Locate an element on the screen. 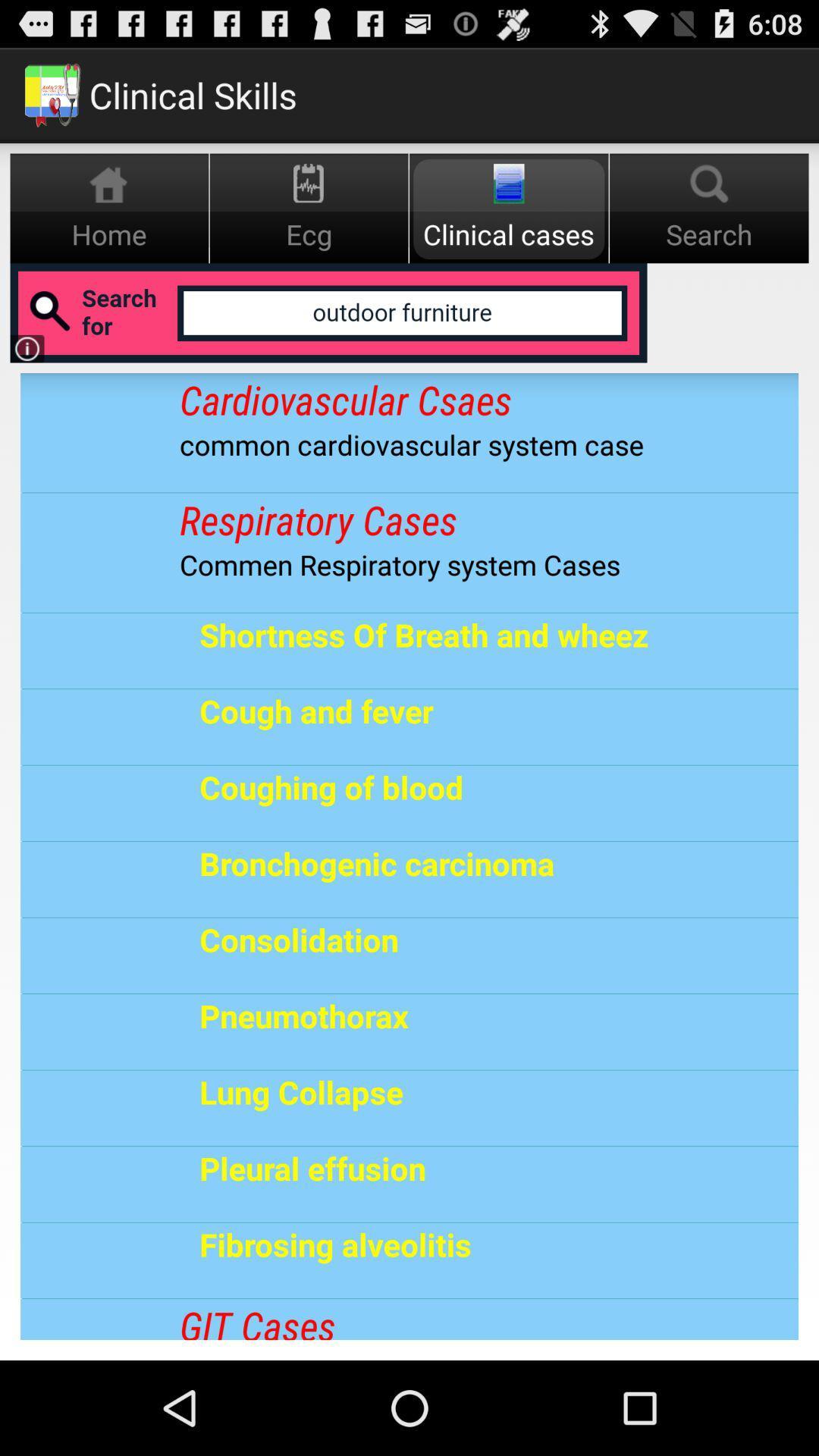 This screenshot has height=1456, width=819. the text and image left to ecg is located at coordinates (108, 207).